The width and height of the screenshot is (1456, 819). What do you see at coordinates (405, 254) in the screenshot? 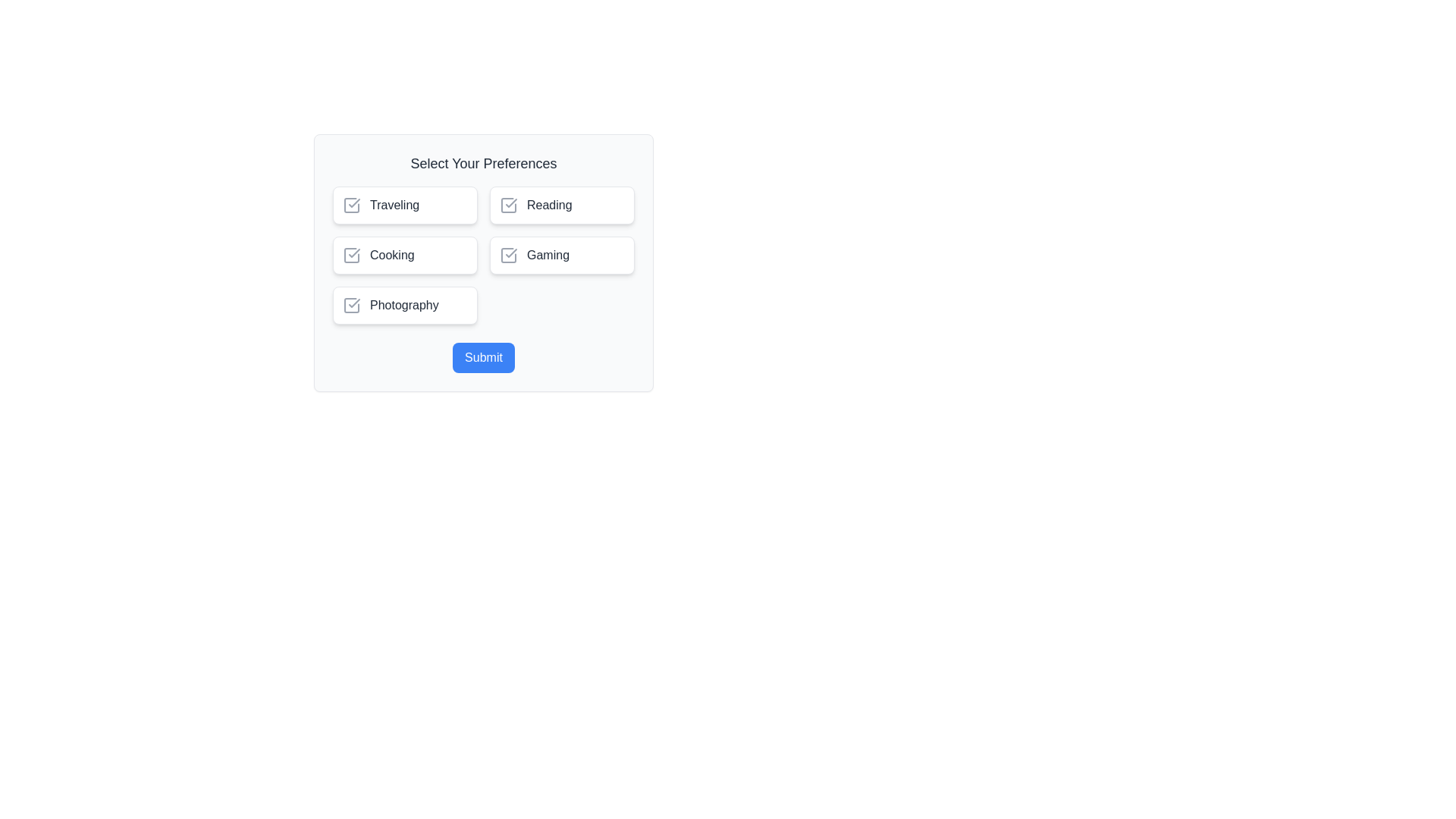
I see `the 'Cooking' preference button, which is a rectangular button with rounded corners, a white background, and a checkmark icon on the left, located in the grid layout as the third button in the first column of the second row` at bounding box center [405, 254].